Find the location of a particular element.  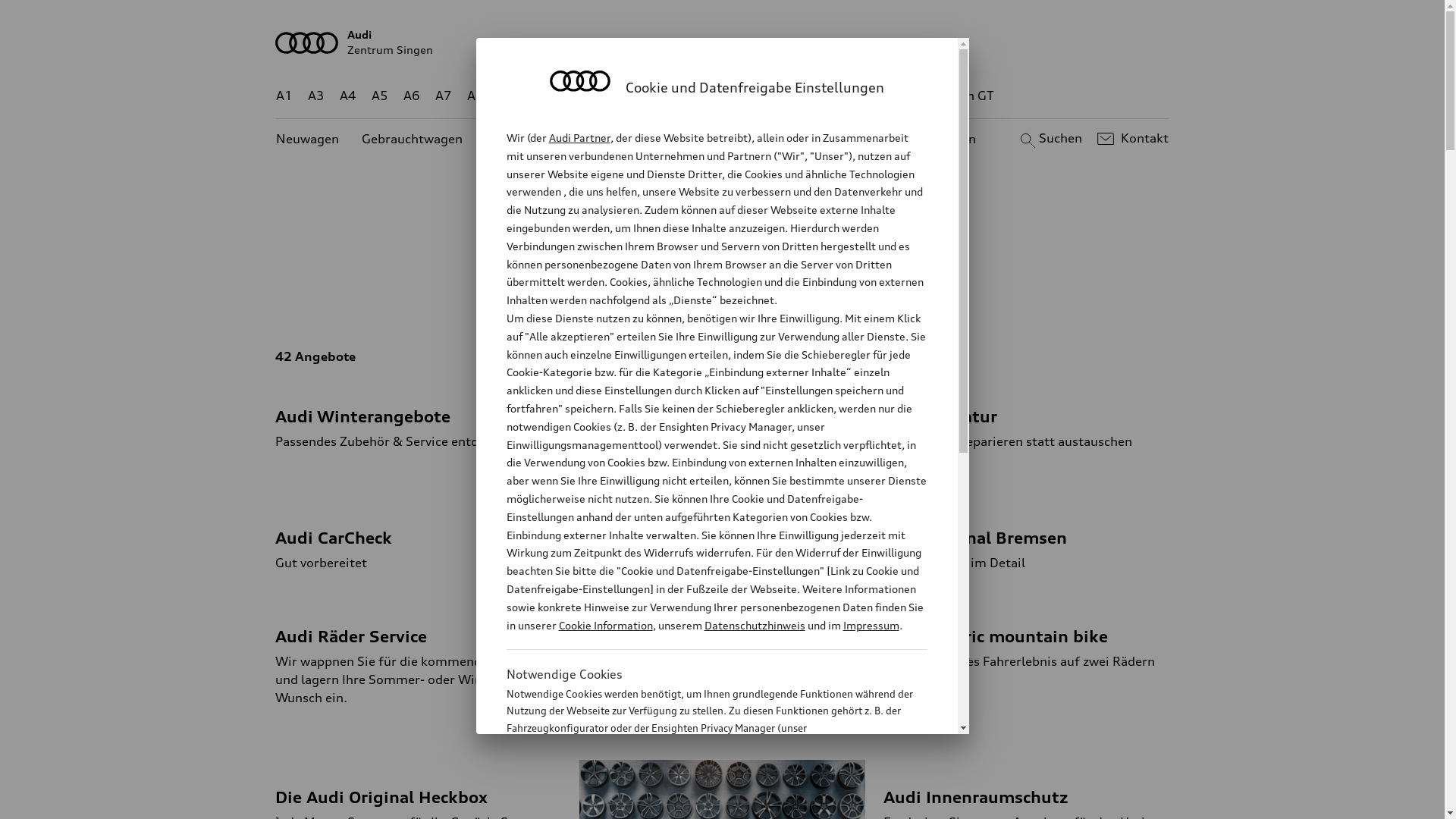

'Neuwagen' is located at coordinates (306, 139).